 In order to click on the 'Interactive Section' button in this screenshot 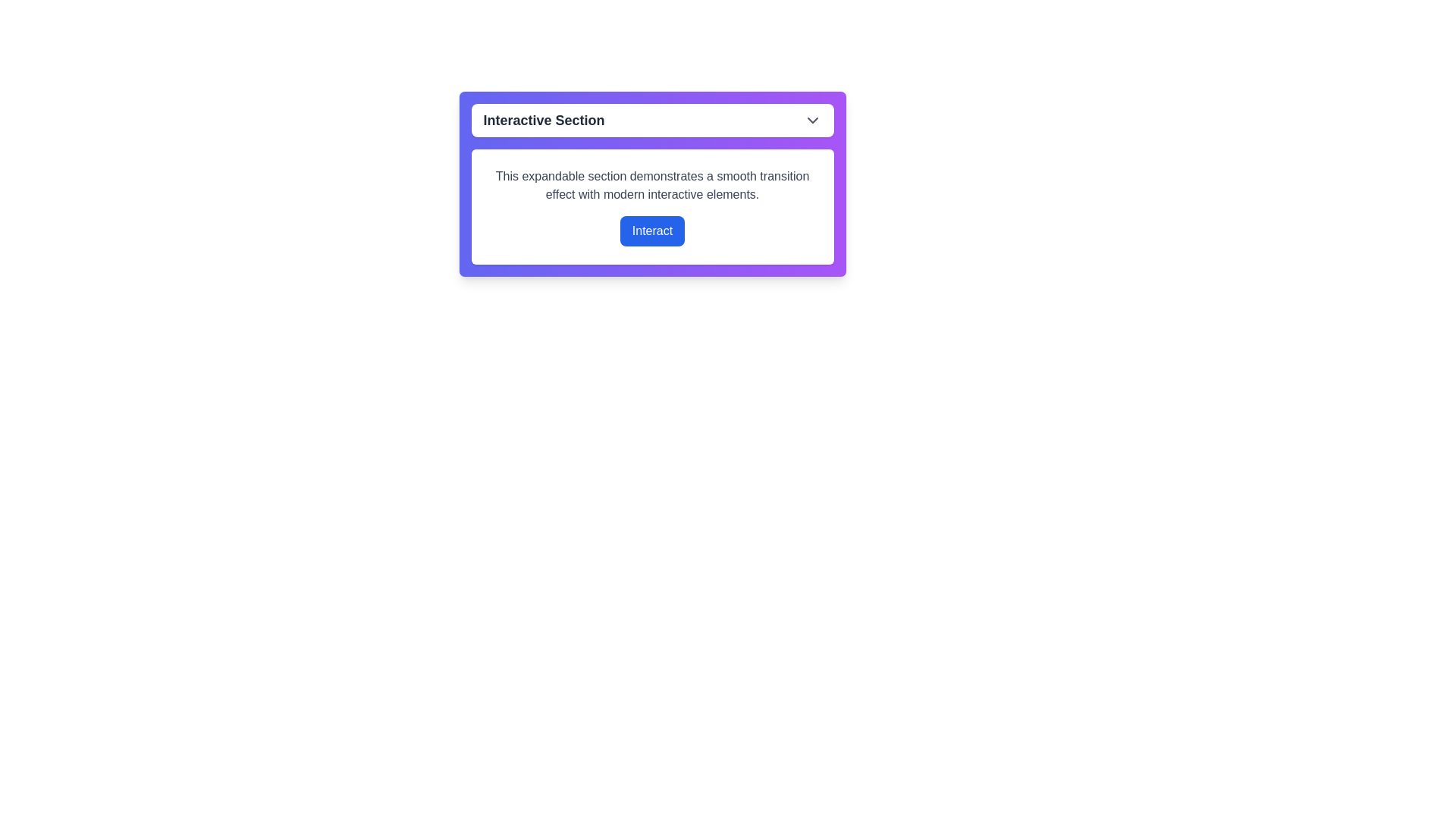, I will do `click(652, 119)`.